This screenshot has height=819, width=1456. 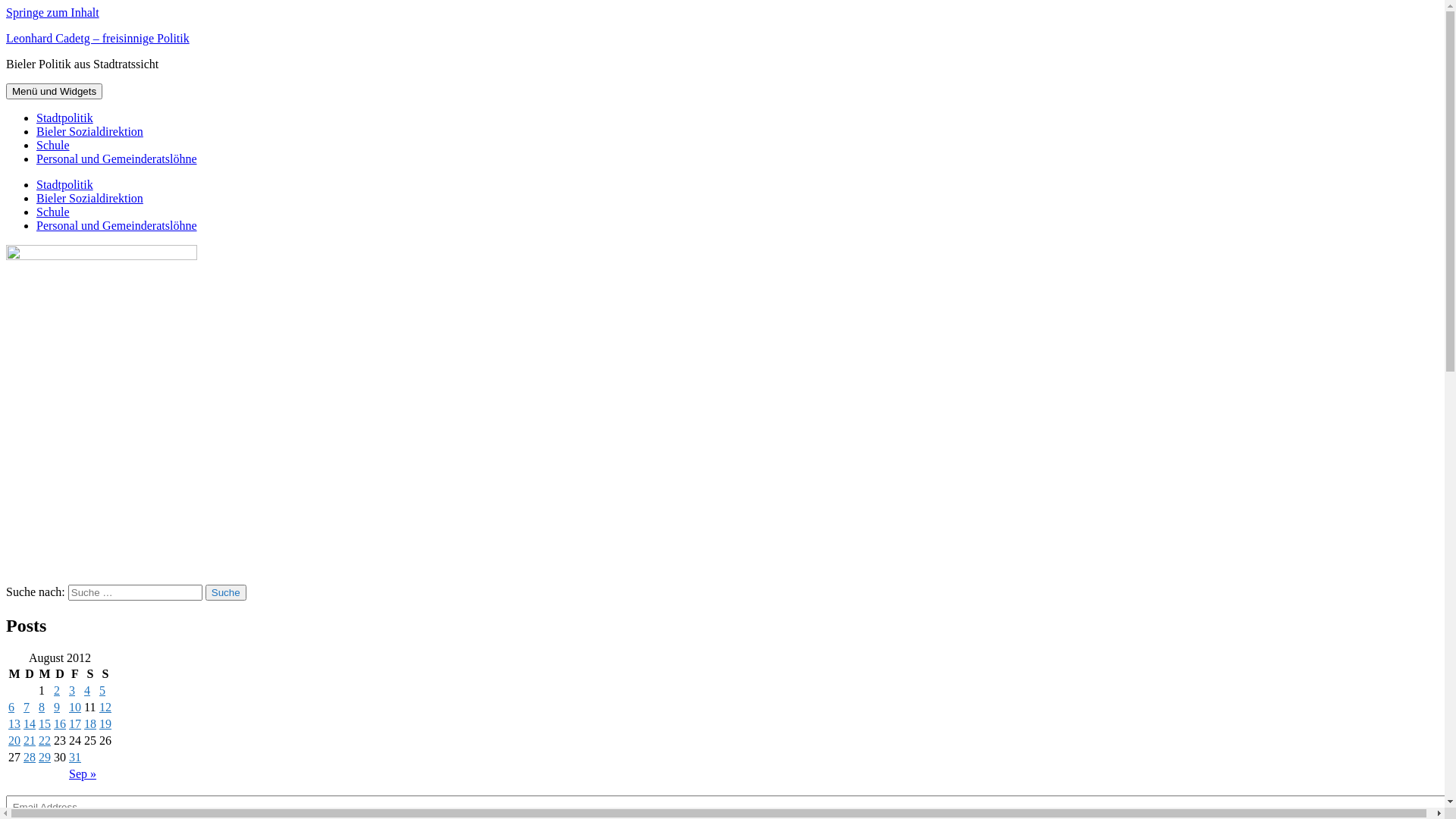 I want to click on 'Stadtpolitik', so click(x=36, y=184).